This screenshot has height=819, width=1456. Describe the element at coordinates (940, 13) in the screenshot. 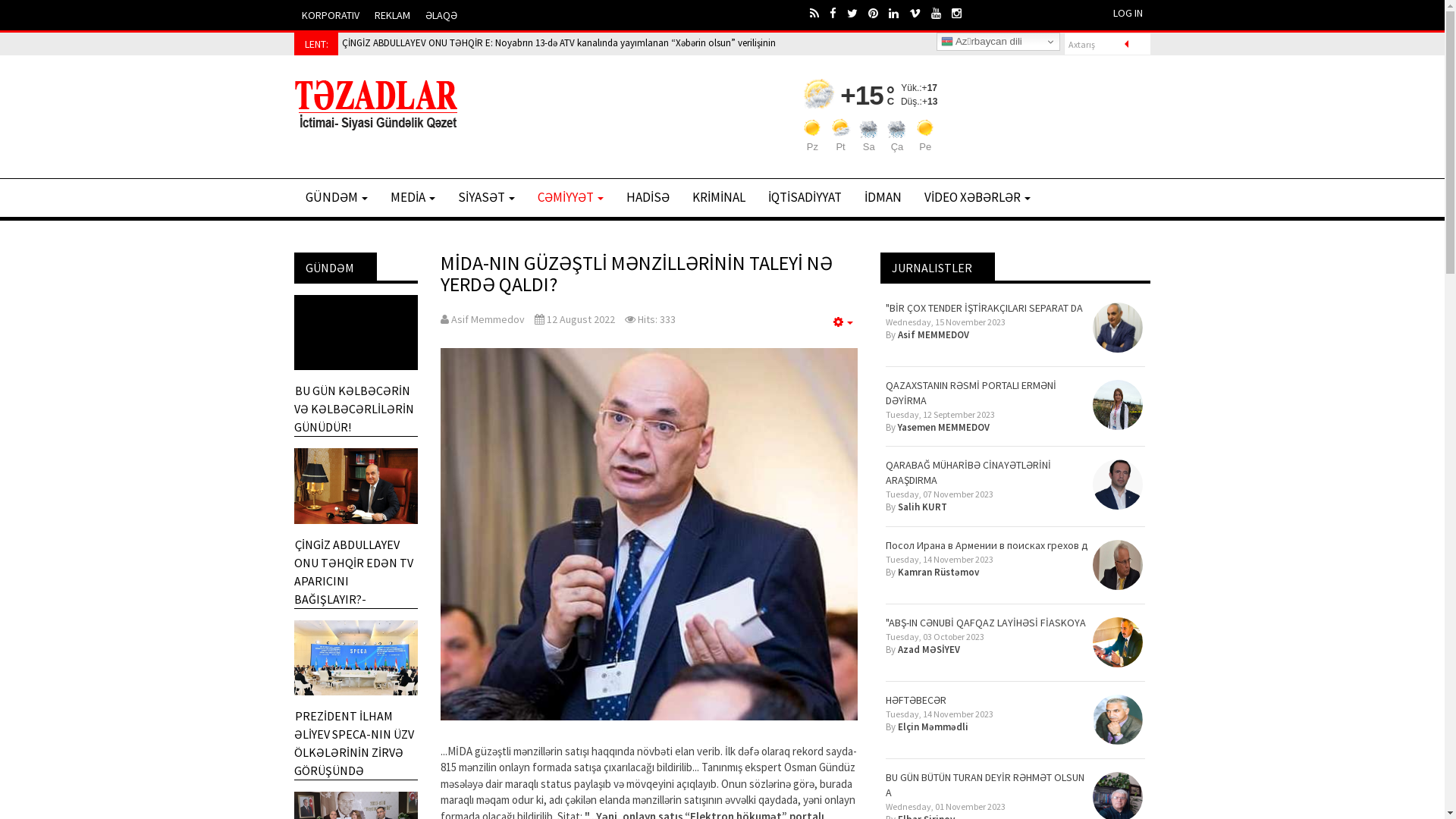

I see `' '` at that location.